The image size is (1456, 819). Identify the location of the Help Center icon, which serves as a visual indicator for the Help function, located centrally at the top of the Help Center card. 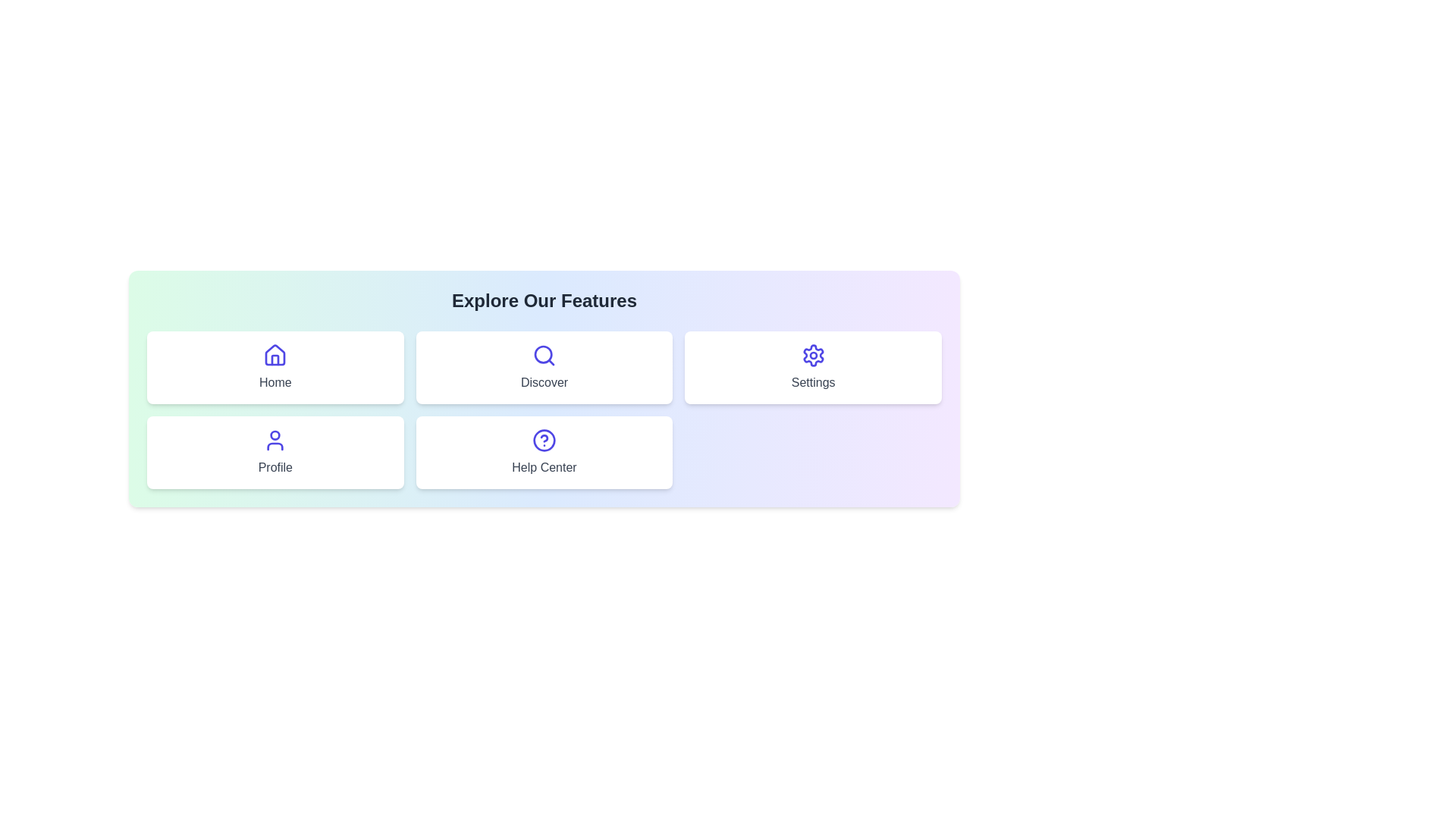
(544, 441).